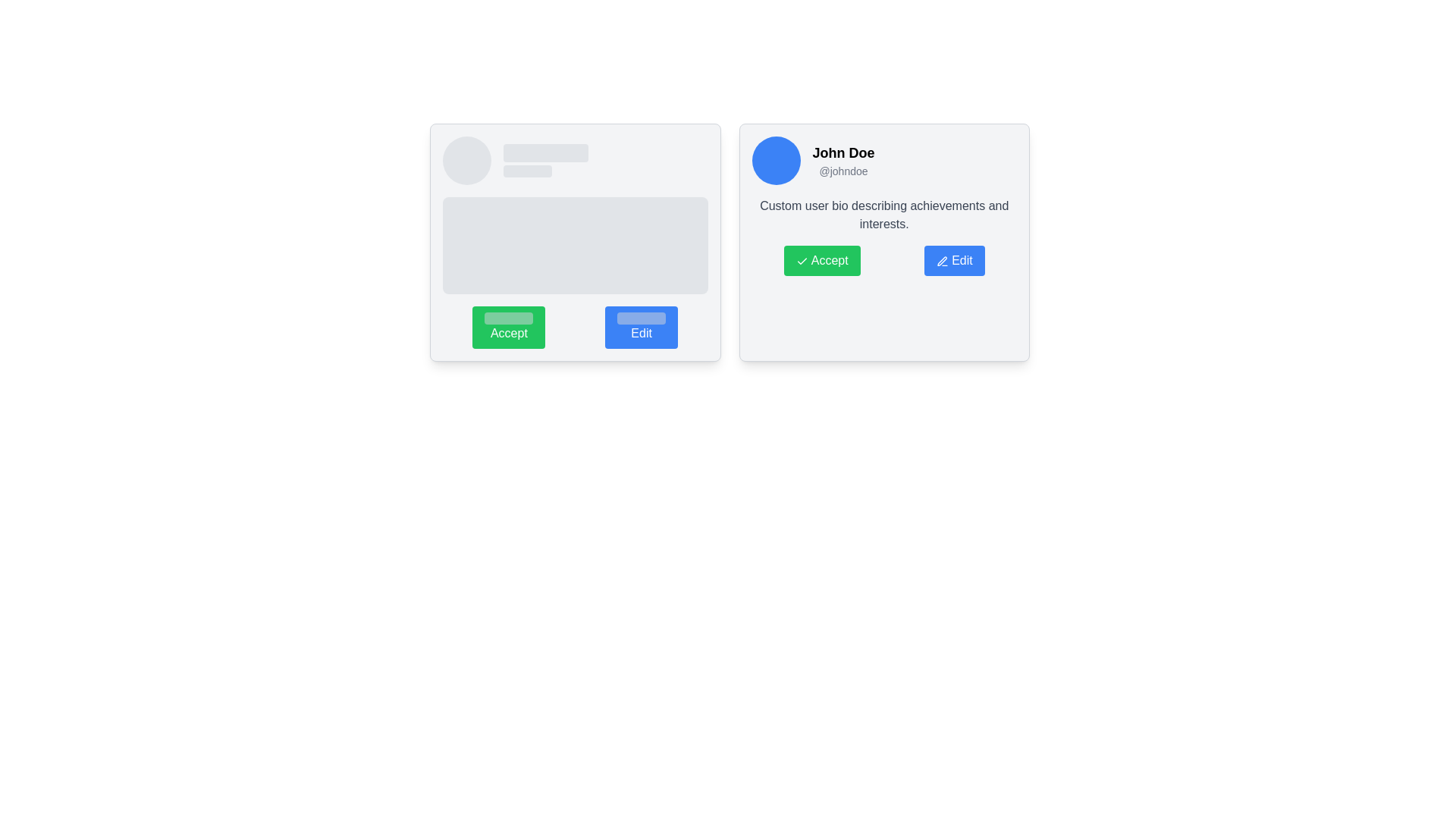 The image size is (1456, 819). Describe the element at coordinates (642, 327) in the screenshot. I see `the second button located to the right of the 'Accept' button to initiate the editing operation` at that location.